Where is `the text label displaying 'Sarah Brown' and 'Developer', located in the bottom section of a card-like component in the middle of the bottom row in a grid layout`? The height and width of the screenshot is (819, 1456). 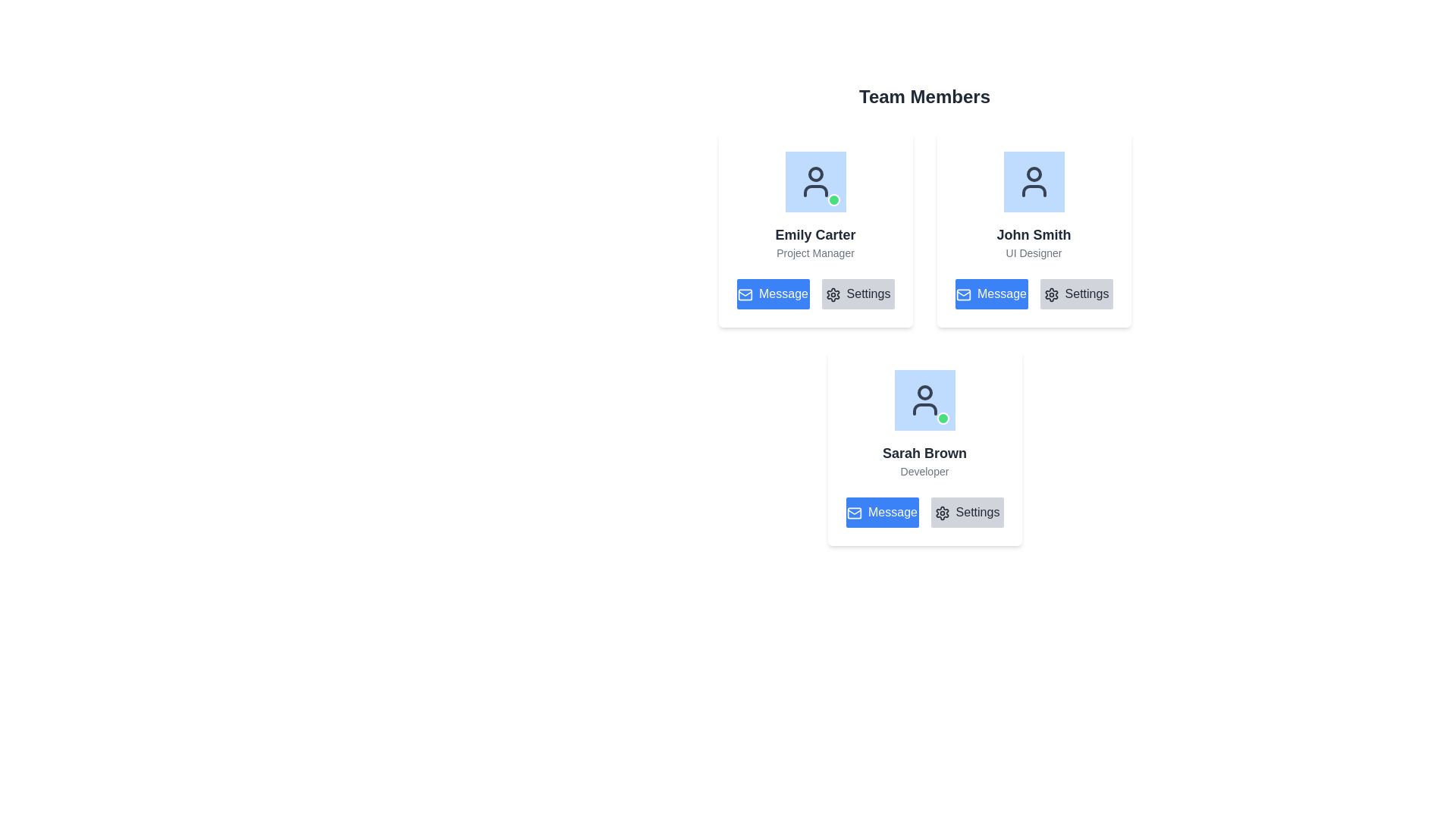
the text label displaying 'Sarah Brown' and 'Developer', located in the bottom section of a card-like component in the middle of the bottom row in a grid layout is located at coordinates (924, 460).